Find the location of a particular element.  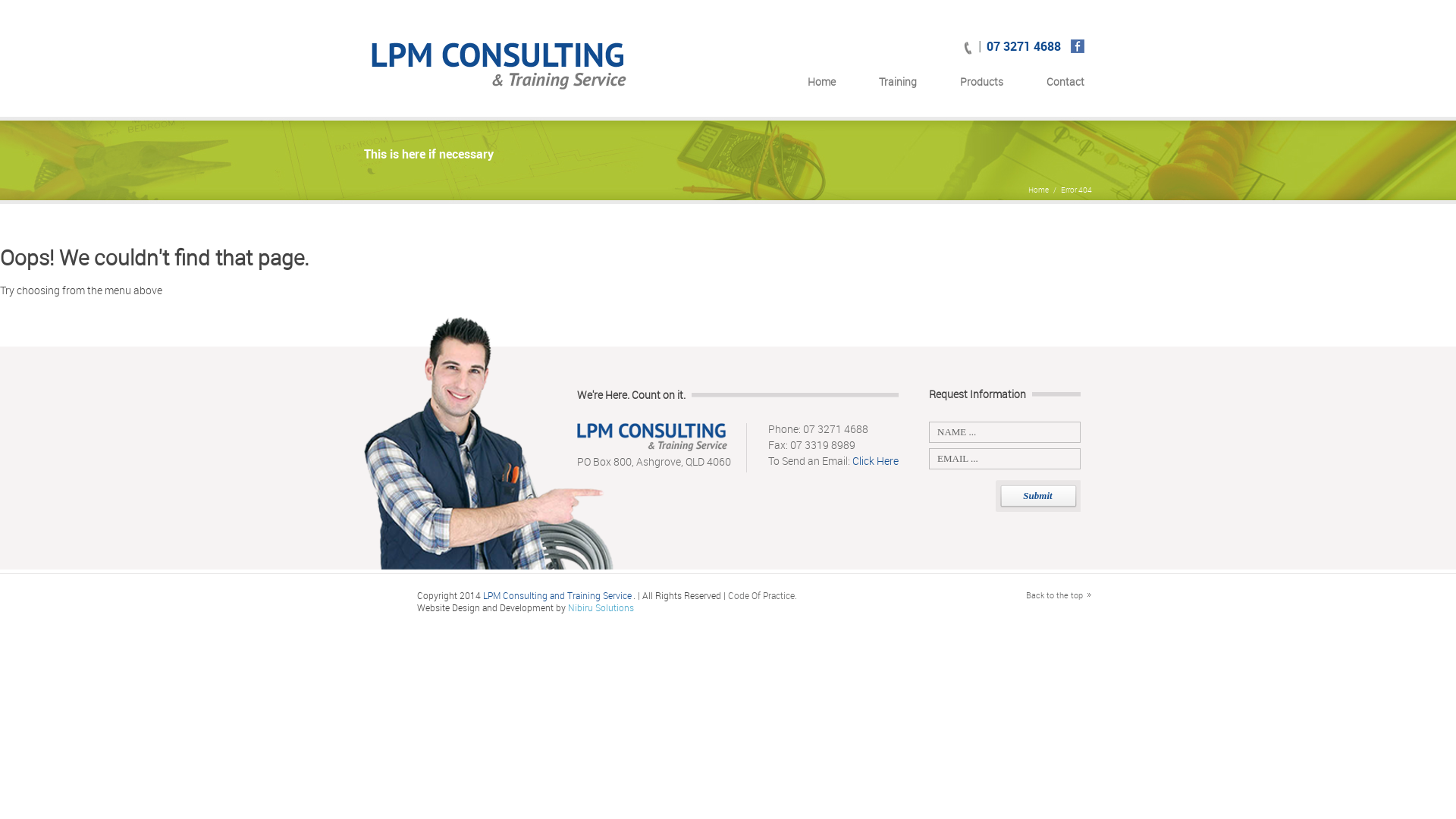

'Click Here' is located at coordinates (875, 460).